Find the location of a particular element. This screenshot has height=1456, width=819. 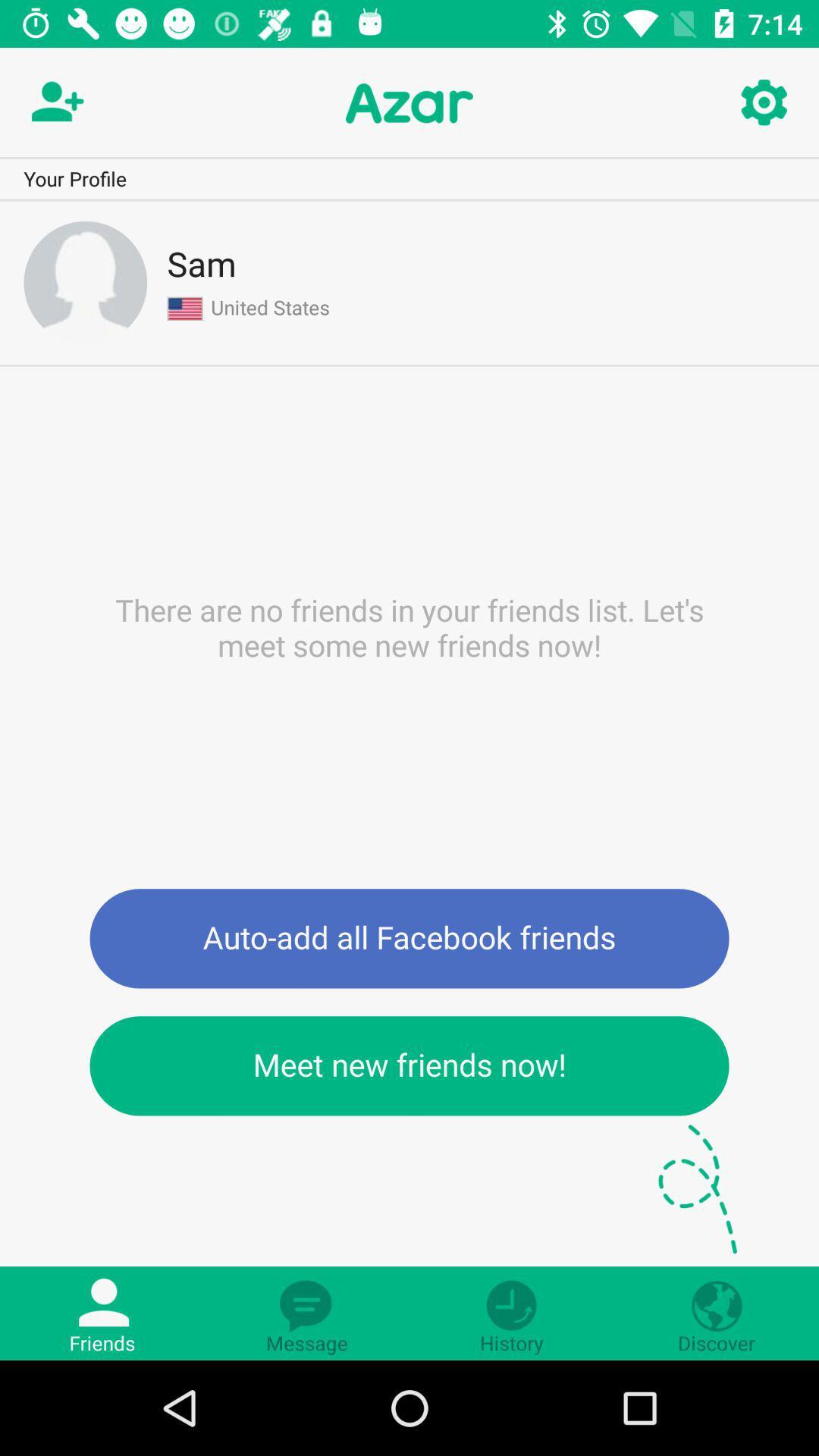

the settings icon is located at coordinates (763, 102).